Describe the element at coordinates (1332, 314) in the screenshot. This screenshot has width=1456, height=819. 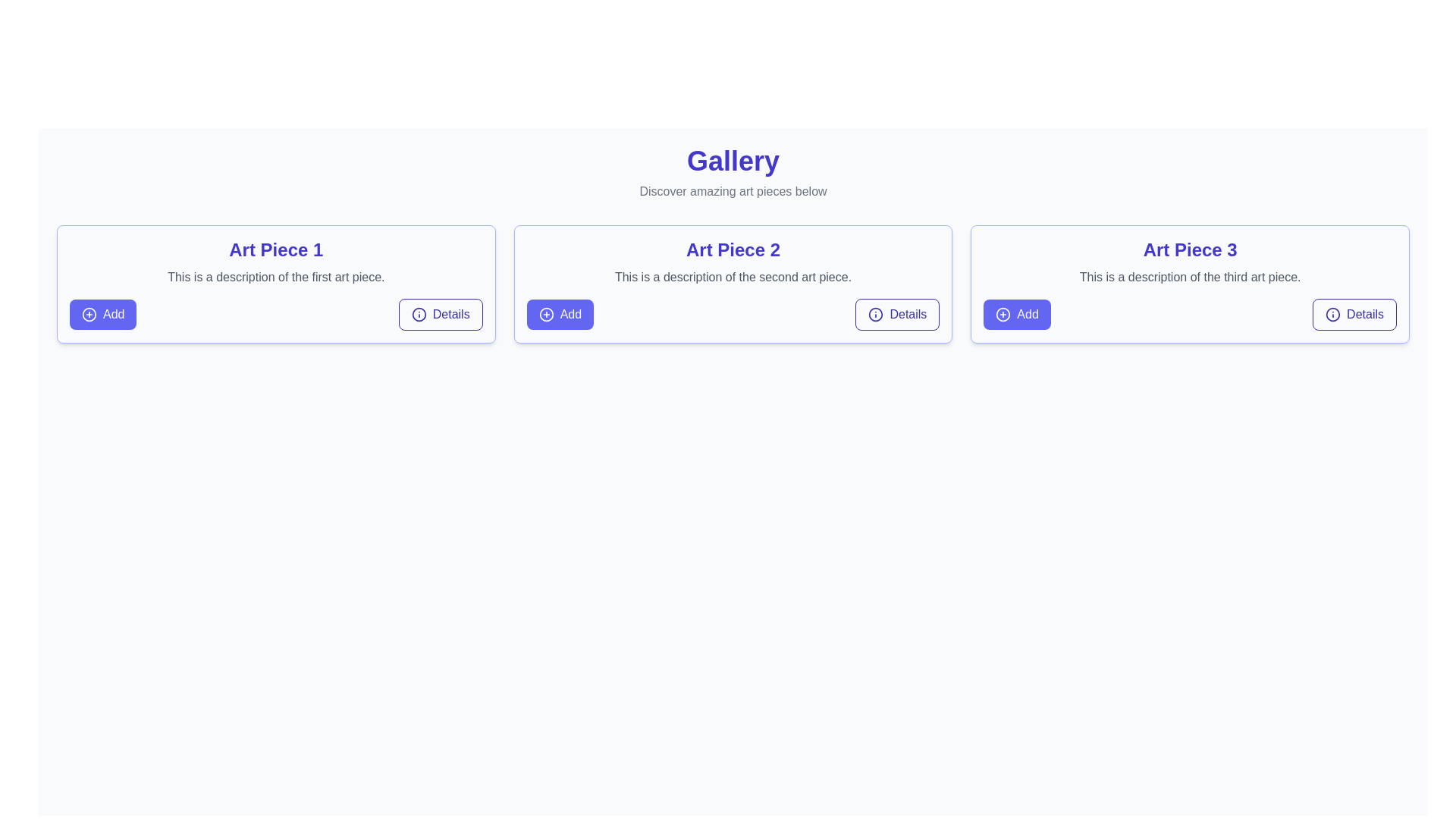
I see `the Icon element (circle) that represents an information symbol, located within the button labeled 'Details' on the third card titled 'Art Piece 3'` at that location.